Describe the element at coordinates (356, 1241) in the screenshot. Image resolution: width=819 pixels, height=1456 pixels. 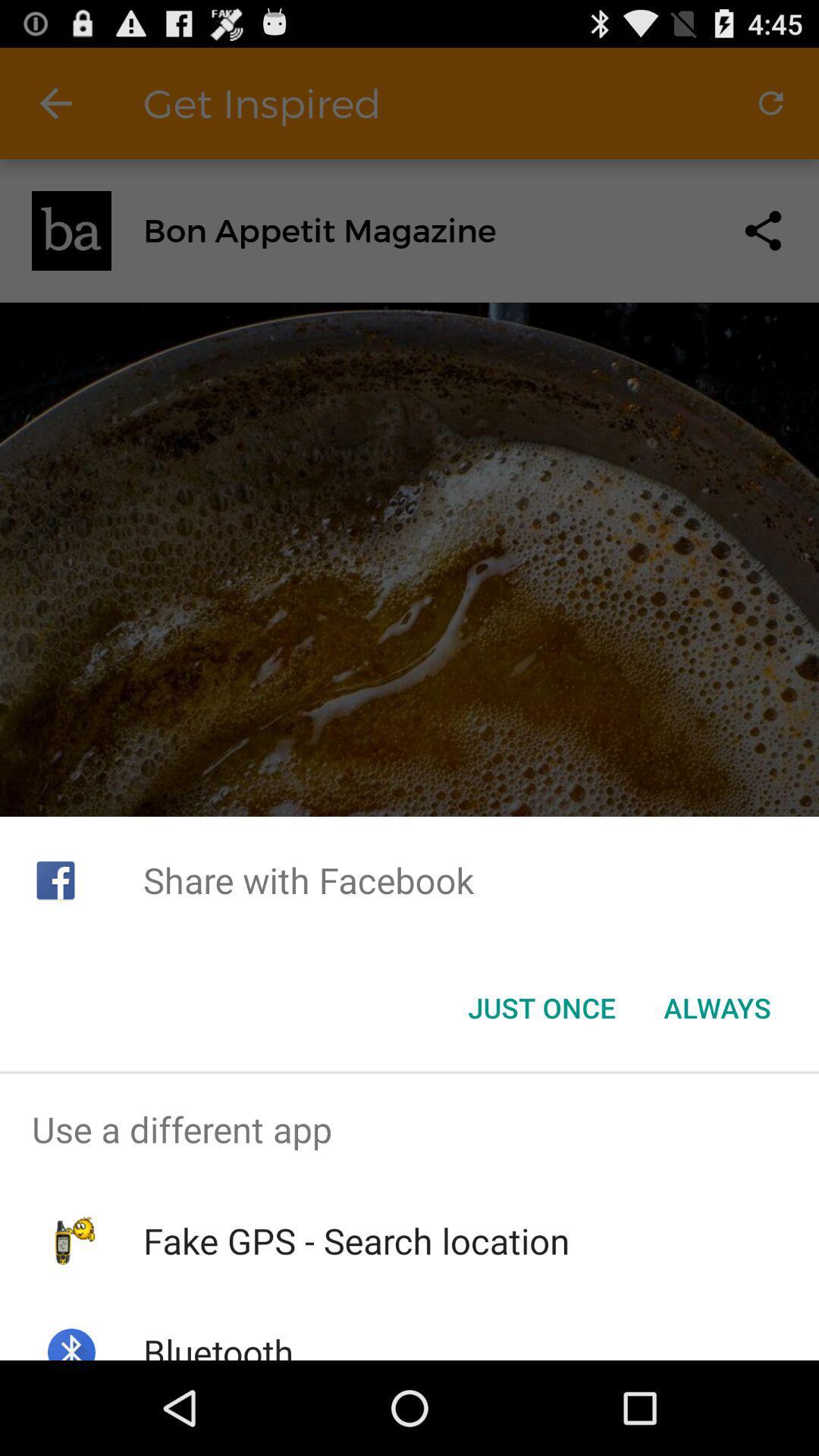
I see `fake gps search icon` at that location.